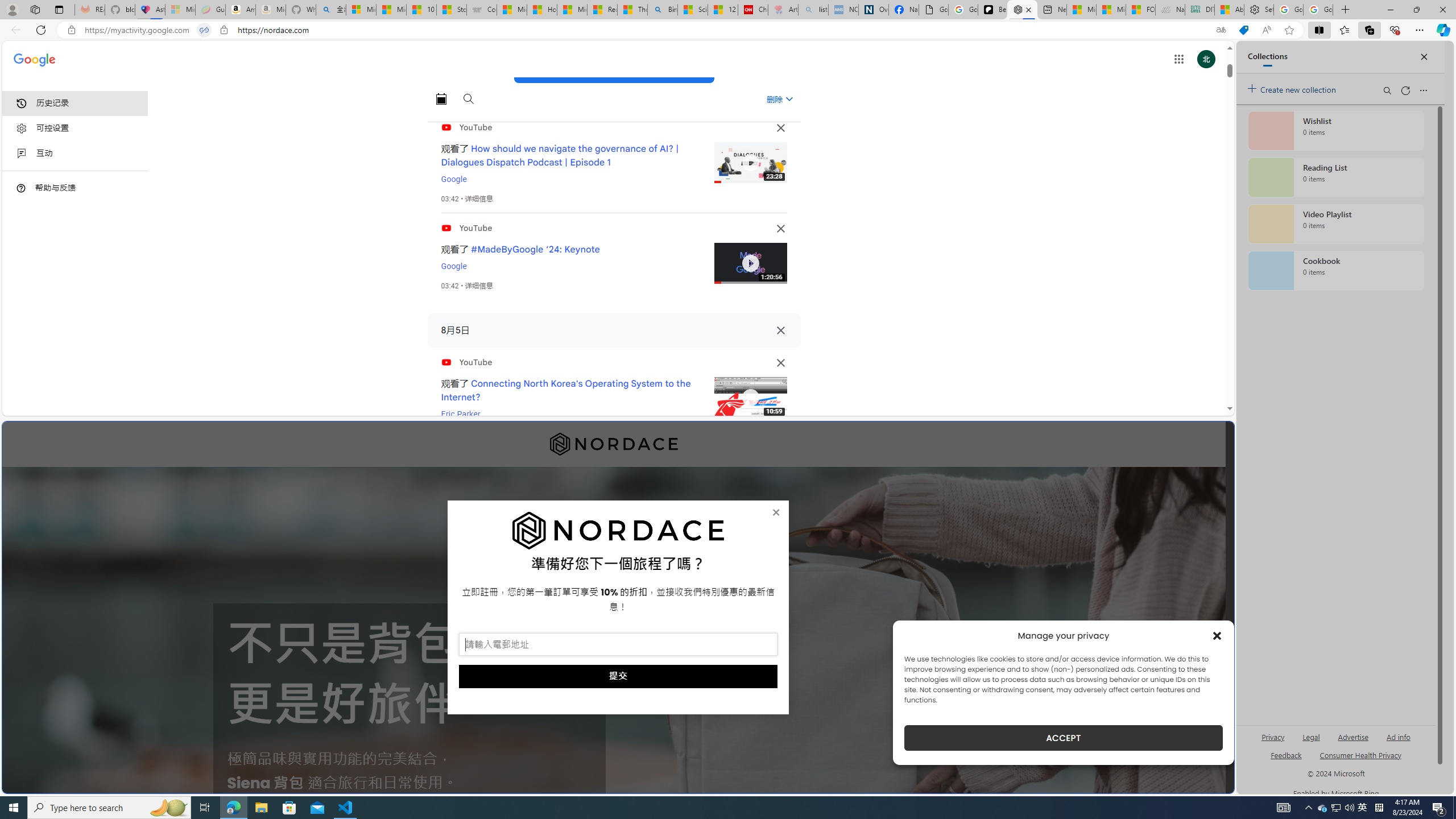  I want to click on 'Class: i2GIId', so click(21, 153).